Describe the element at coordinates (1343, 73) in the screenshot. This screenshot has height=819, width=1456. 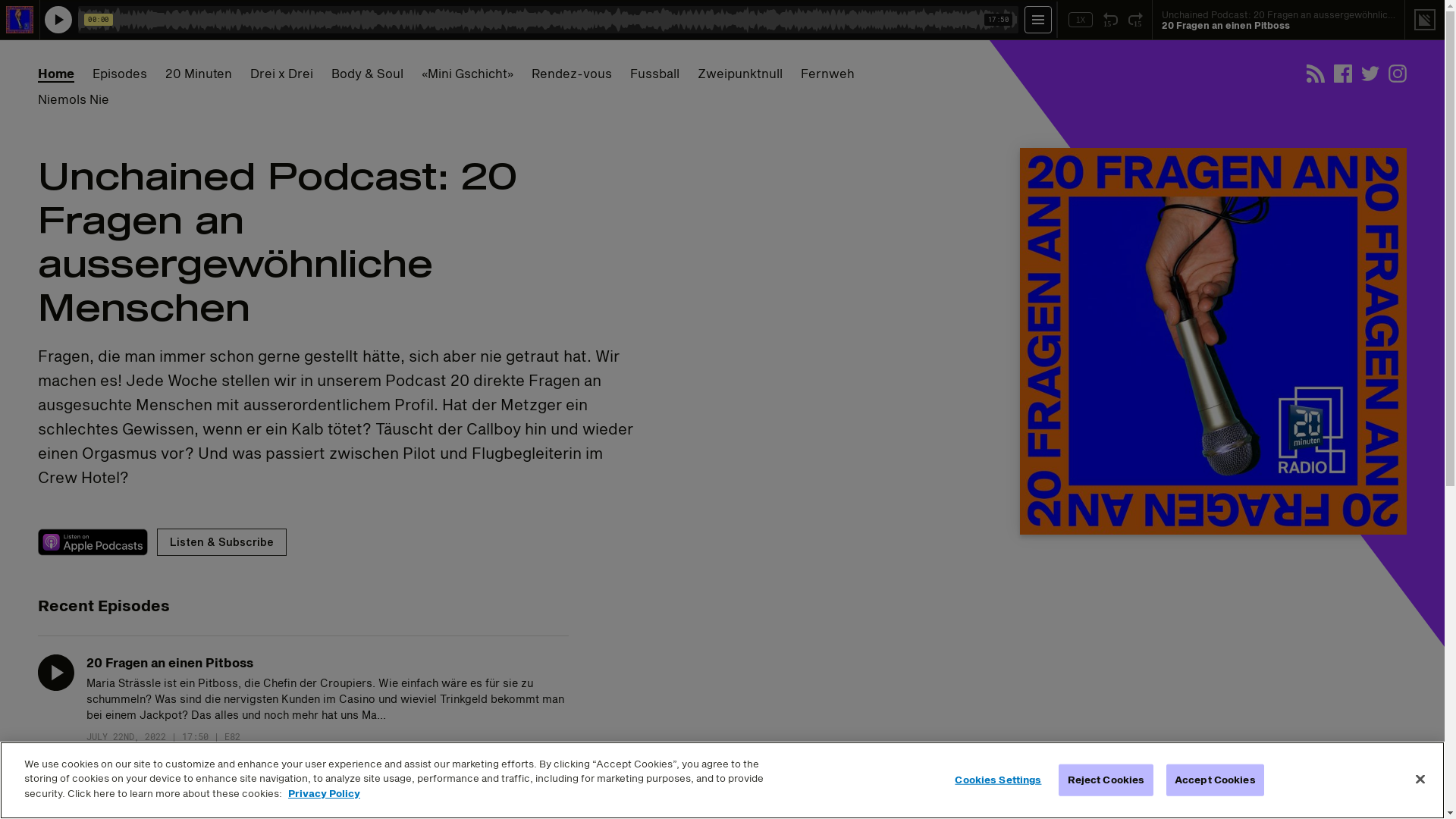
I see `'Facebook'` at that location.